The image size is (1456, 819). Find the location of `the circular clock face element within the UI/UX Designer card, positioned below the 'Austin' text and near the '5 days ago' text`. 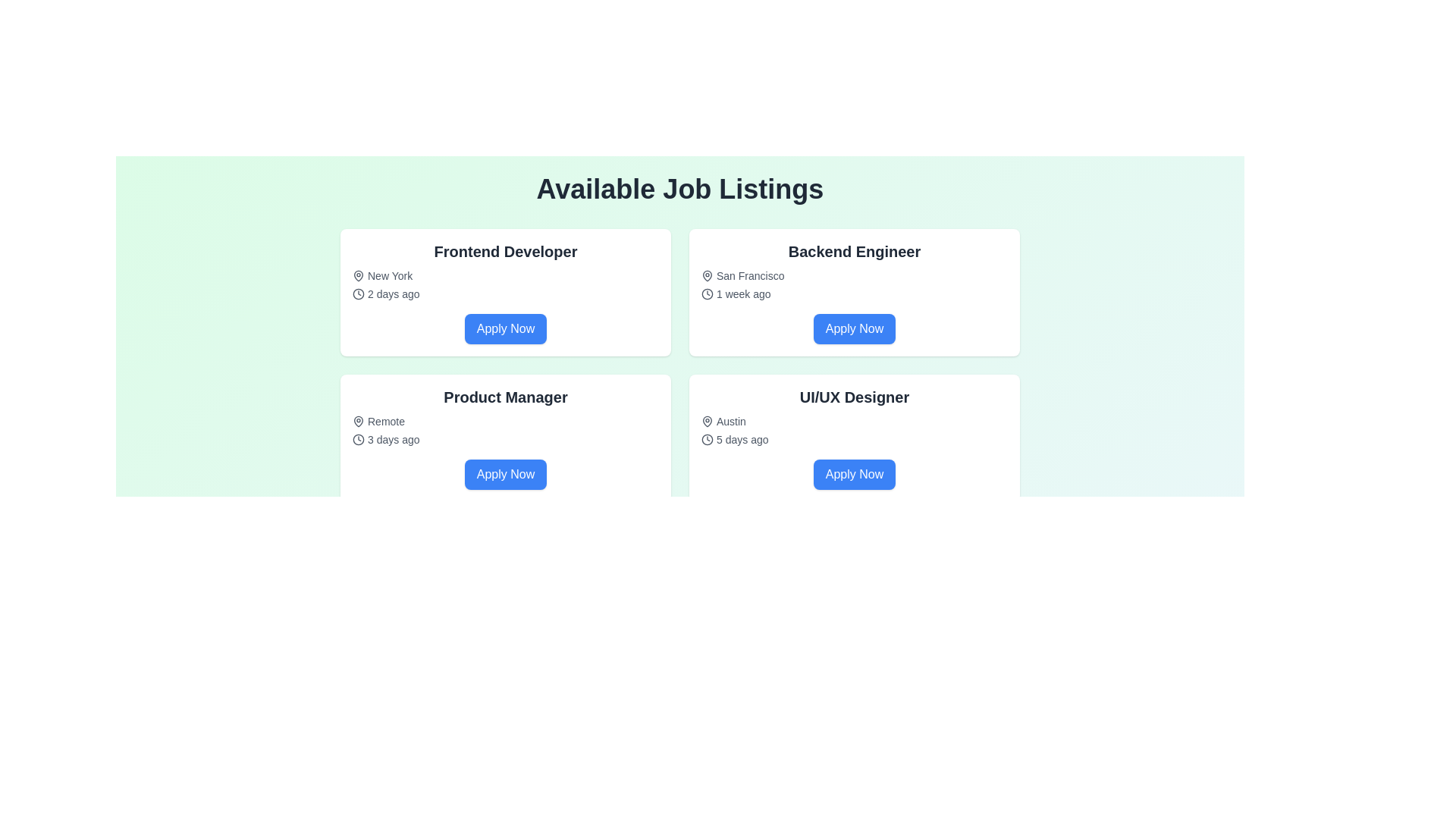

the circular clock face element within the UI/UX Designer card, positioned below the 'Austin' text and near the '5 days ago' text is located at coordinates (706, 439).